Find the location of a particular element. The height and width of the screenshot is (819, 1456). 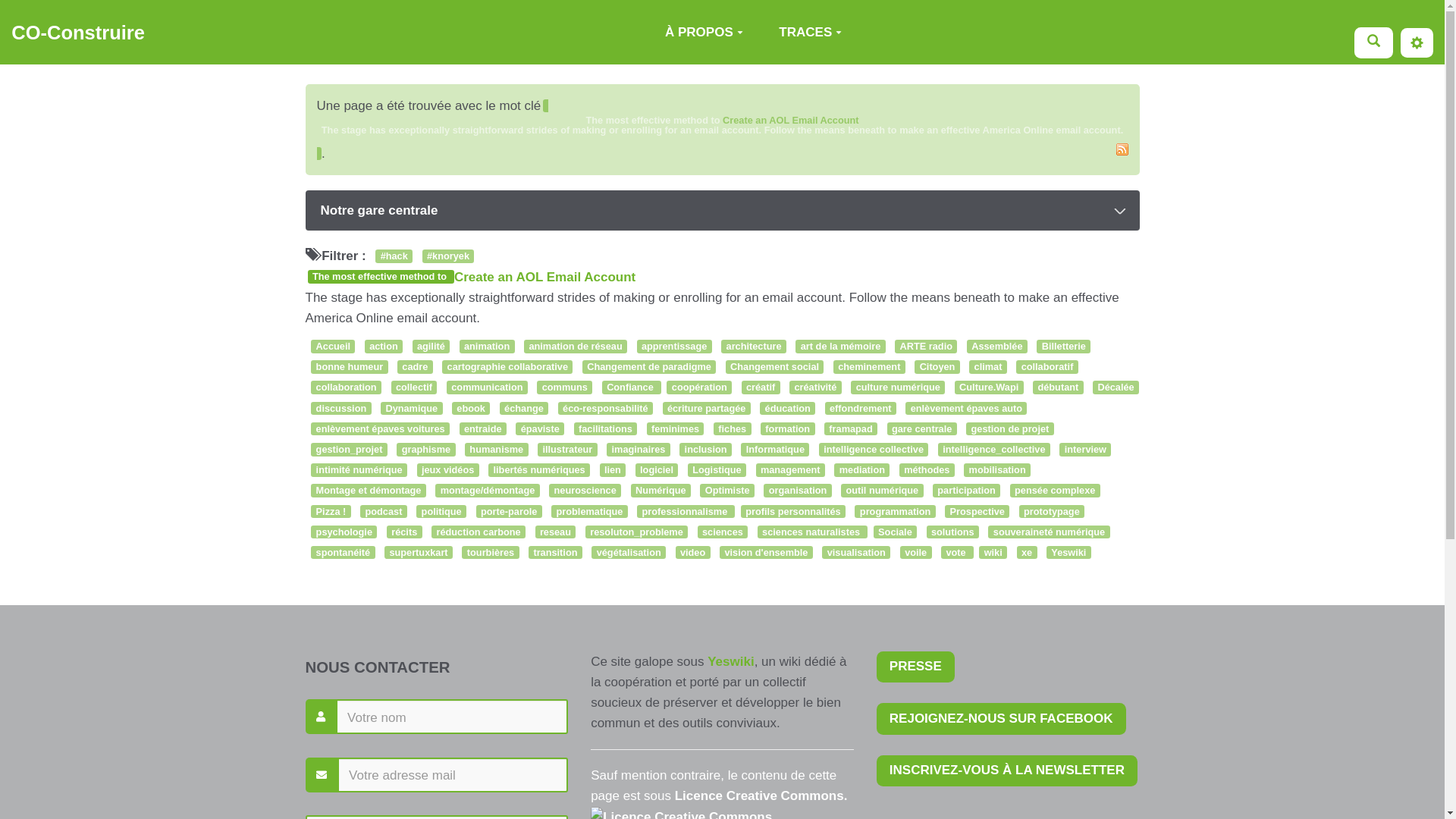

'Accueil' is located at coordinates (331, 346).